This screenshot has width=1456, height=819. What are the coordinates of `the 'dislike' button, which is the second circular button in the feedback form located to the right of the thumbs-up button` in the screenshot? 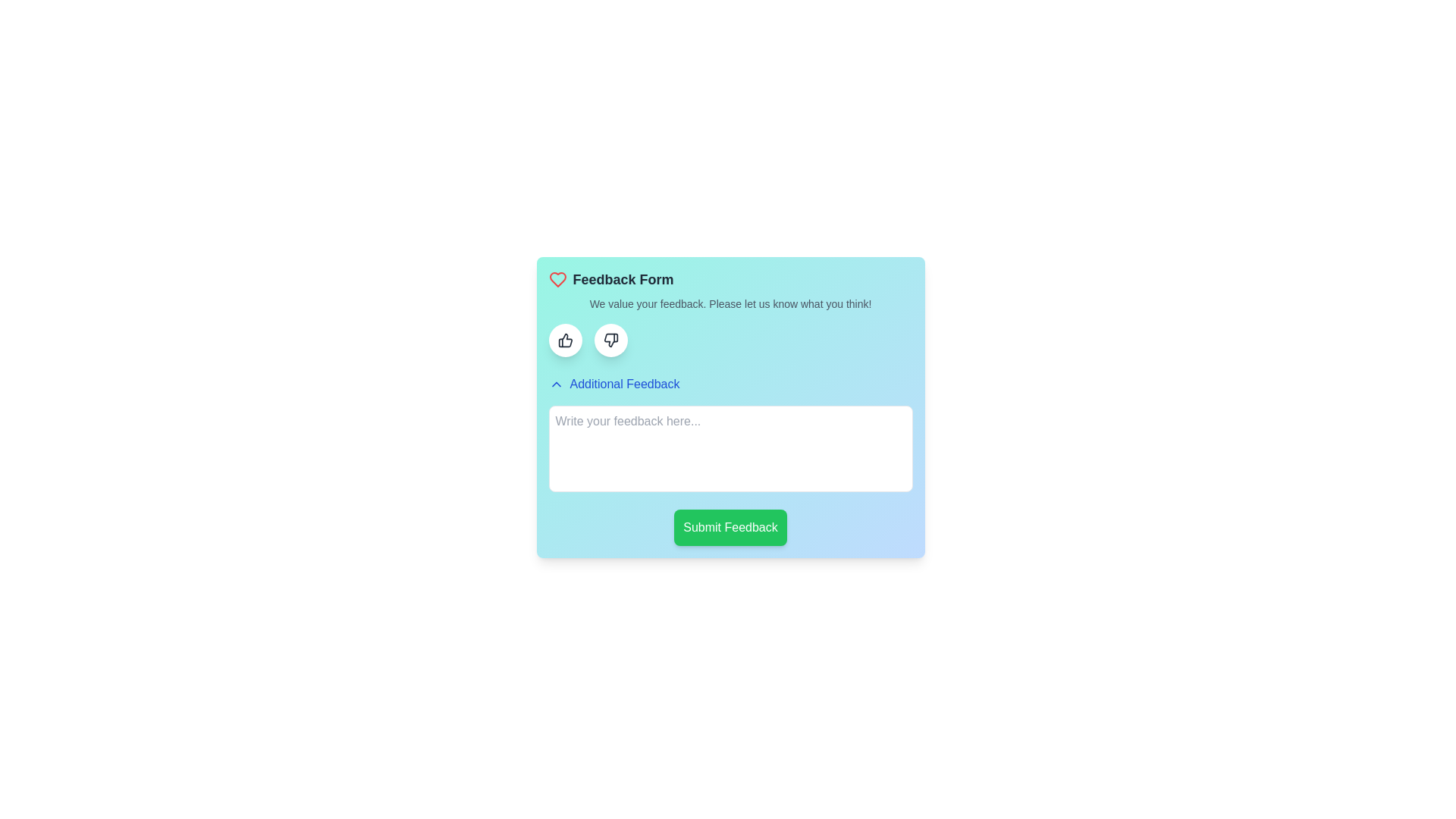 It's located at (610, 339).